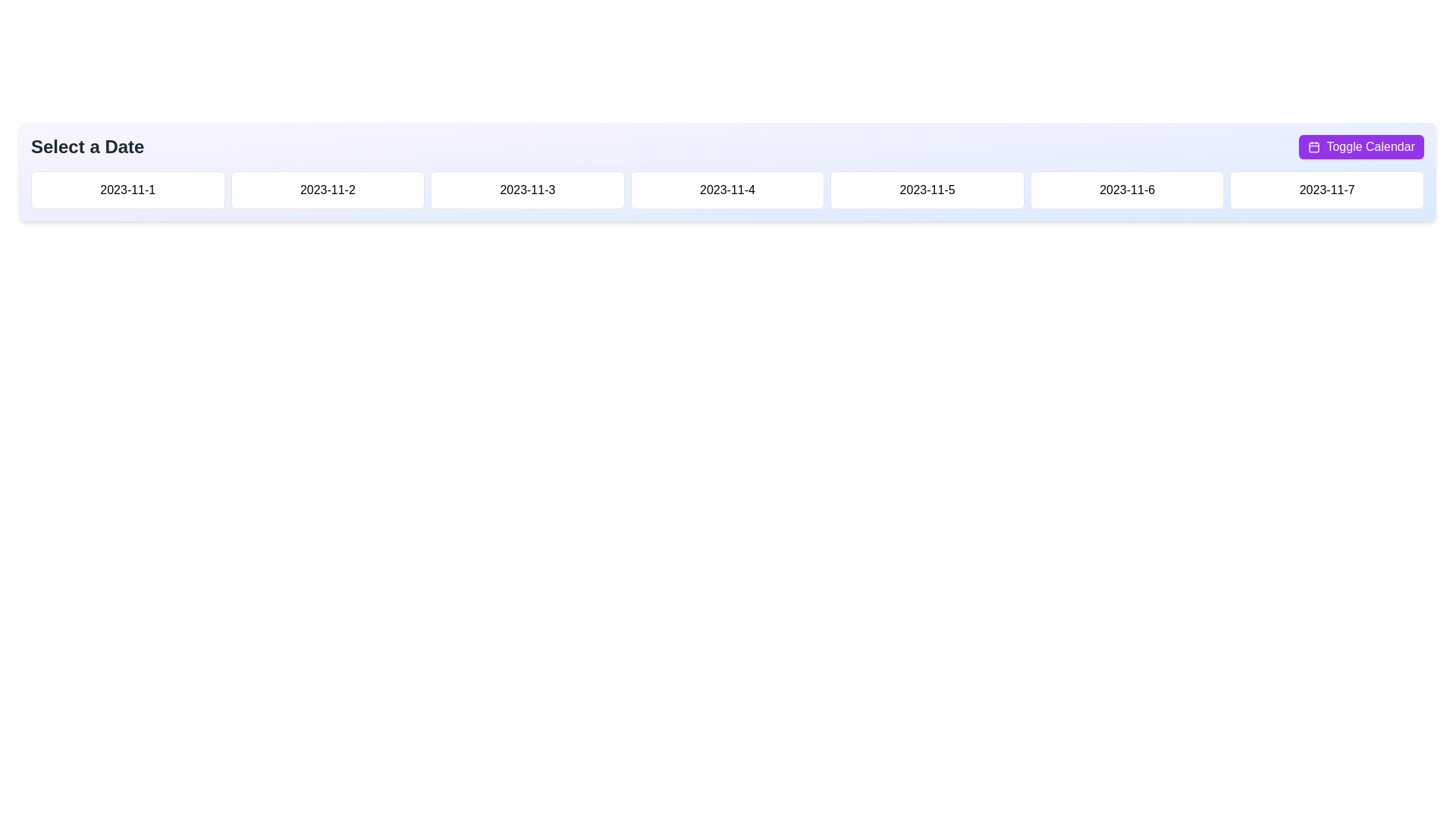 This screenshot has height=819, width=1456. Describe the element at coordinates (327, 189) in the screenshot. I see `the button displaying the date '2023-11-2' which has a white background and black text, positioned between the buttons for '2023-11-1' and '2023-11-3'` at that location.